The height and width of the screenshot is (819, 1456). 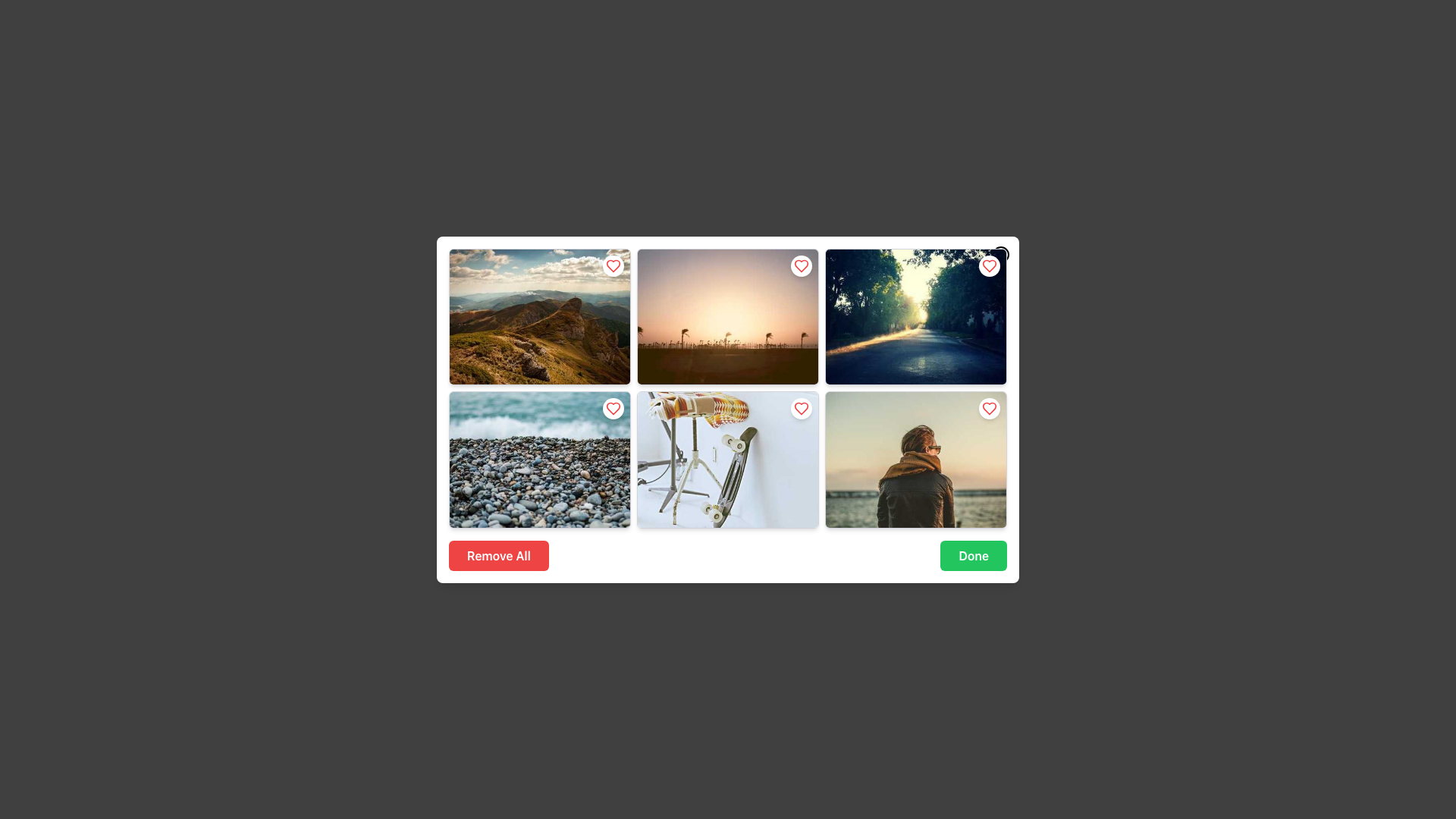 What do you see at coordinates (539, 458) in the screenshot?
I see `the image thumbnail that is the first element in the second row of a 3x2 grid layout, located directly below the first image showcasing a mountainous landscape` at bounding box center [539, 458].